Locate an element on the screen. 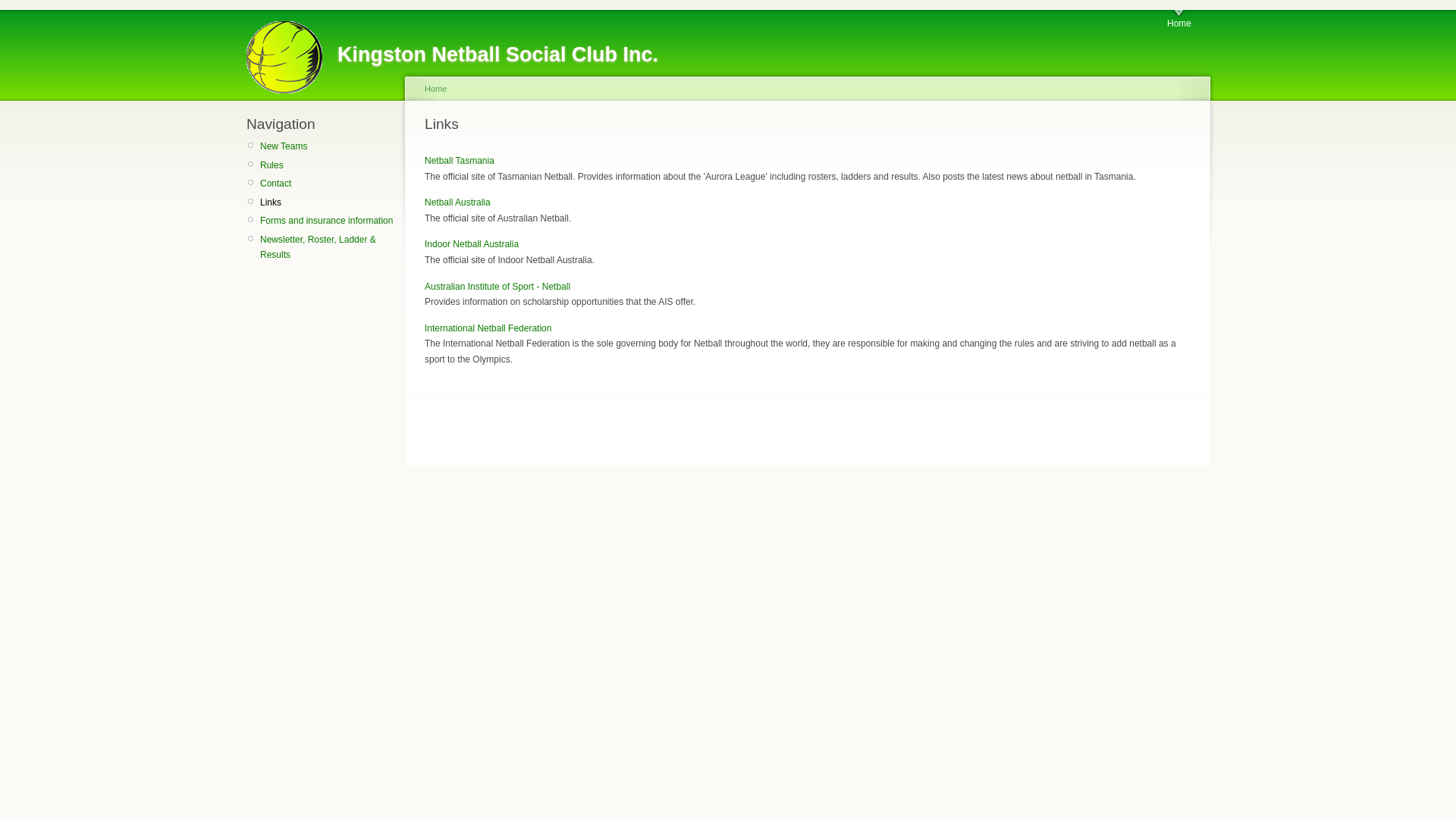  'Contact' is located at coordinates (326, 183).